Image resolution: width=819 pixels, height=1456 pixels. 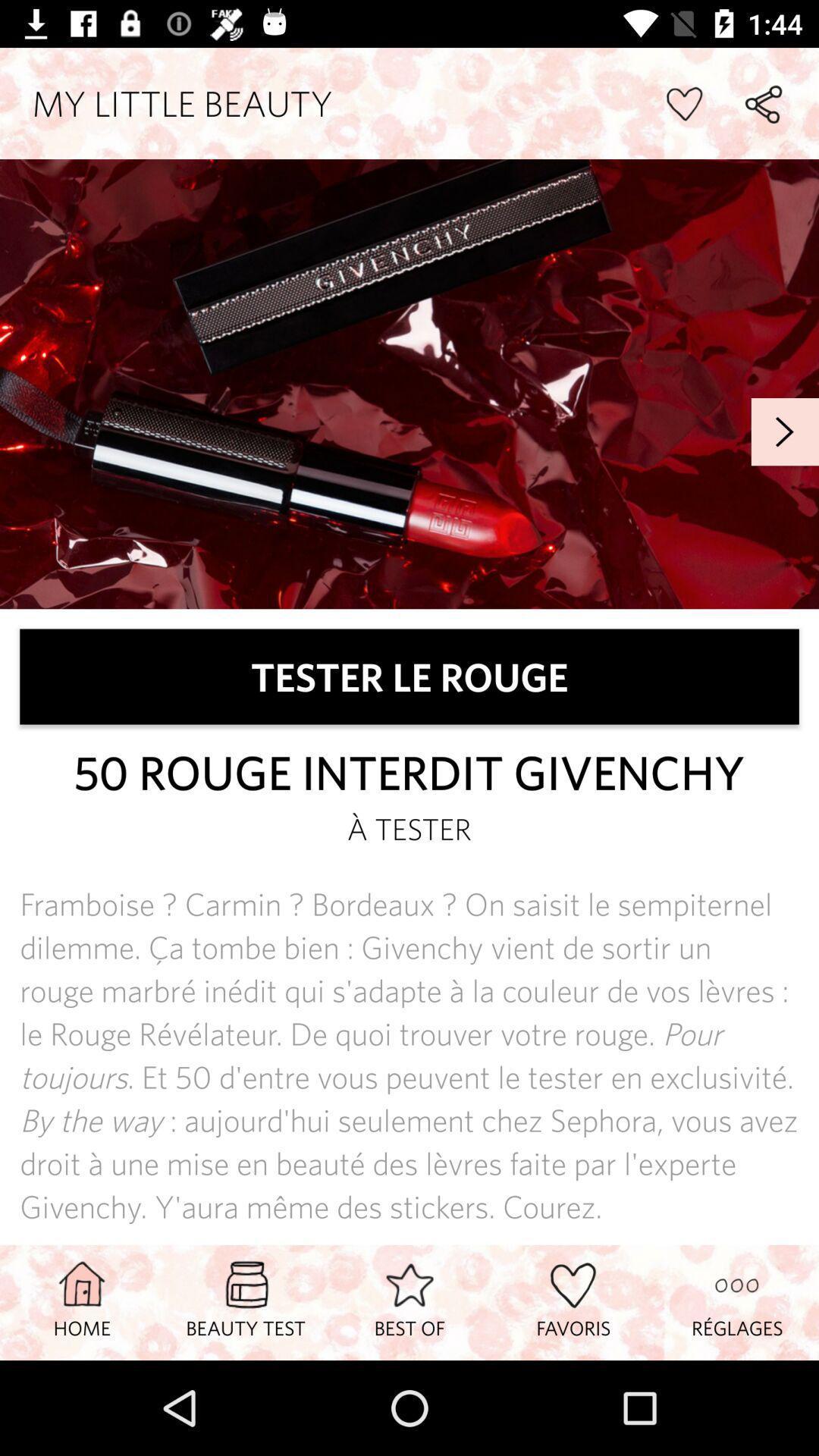 What do you see at coordinates (409, 384) in the screenshot?
I see `showing picture` at bounding box center [409, 384].